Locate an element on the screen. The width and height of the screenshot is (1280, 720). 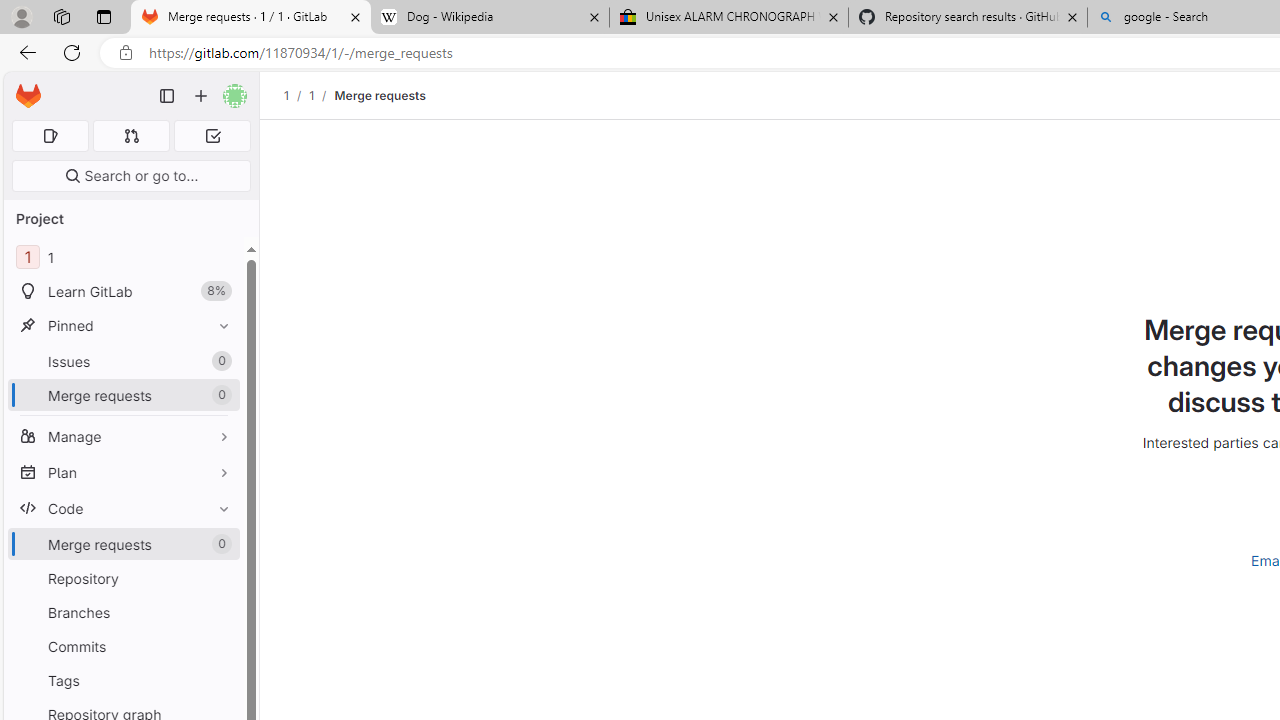
'Learn GitLab 8%' is located at coordinates (123, 291).